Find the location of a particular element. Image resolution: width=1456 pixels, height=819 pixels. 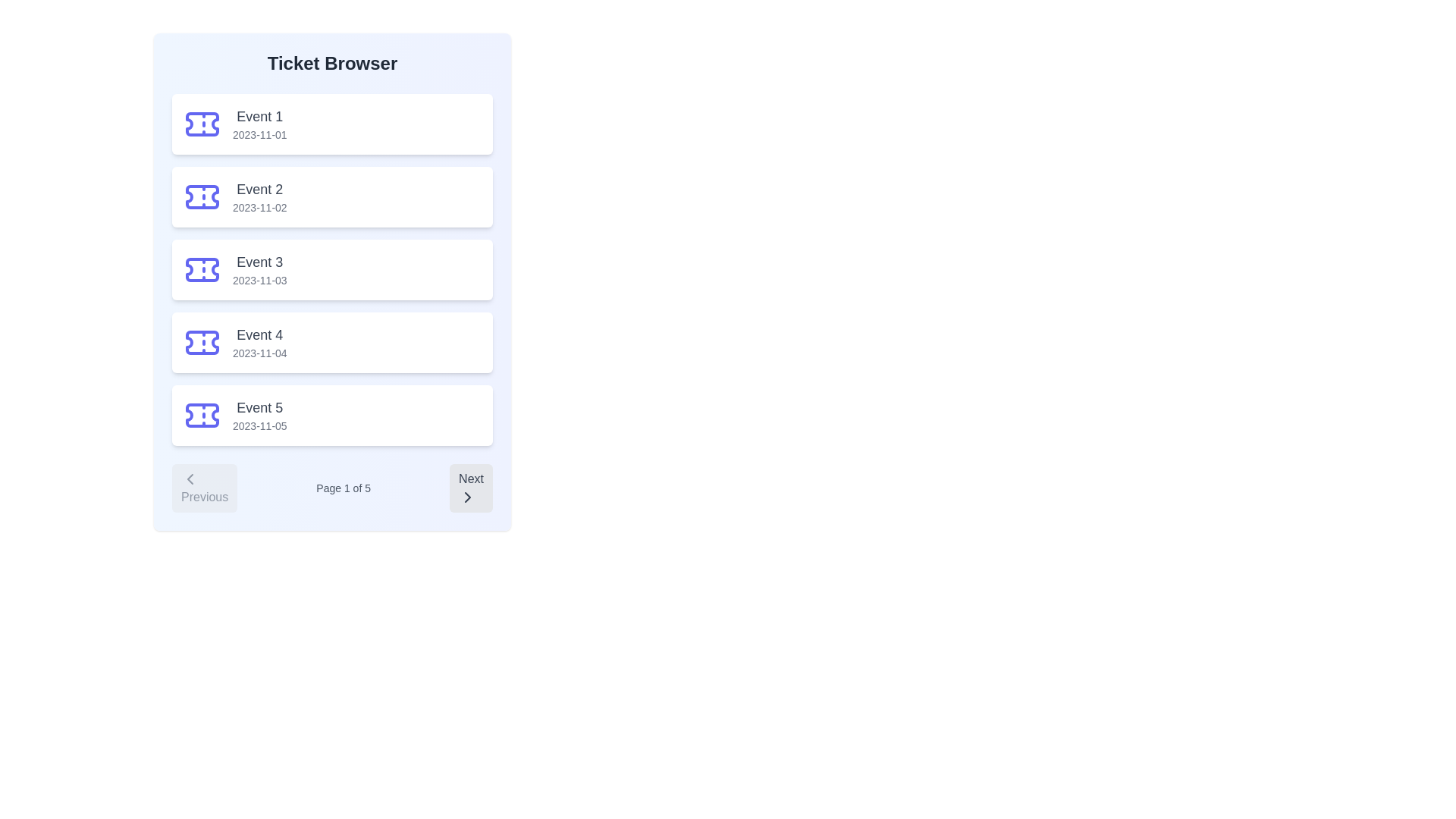

the non-interactive date label that provides context for 'Event 2', located directly underneath the 'Event 2' text in the second entry of the event list is located at coordinates (259, 207).